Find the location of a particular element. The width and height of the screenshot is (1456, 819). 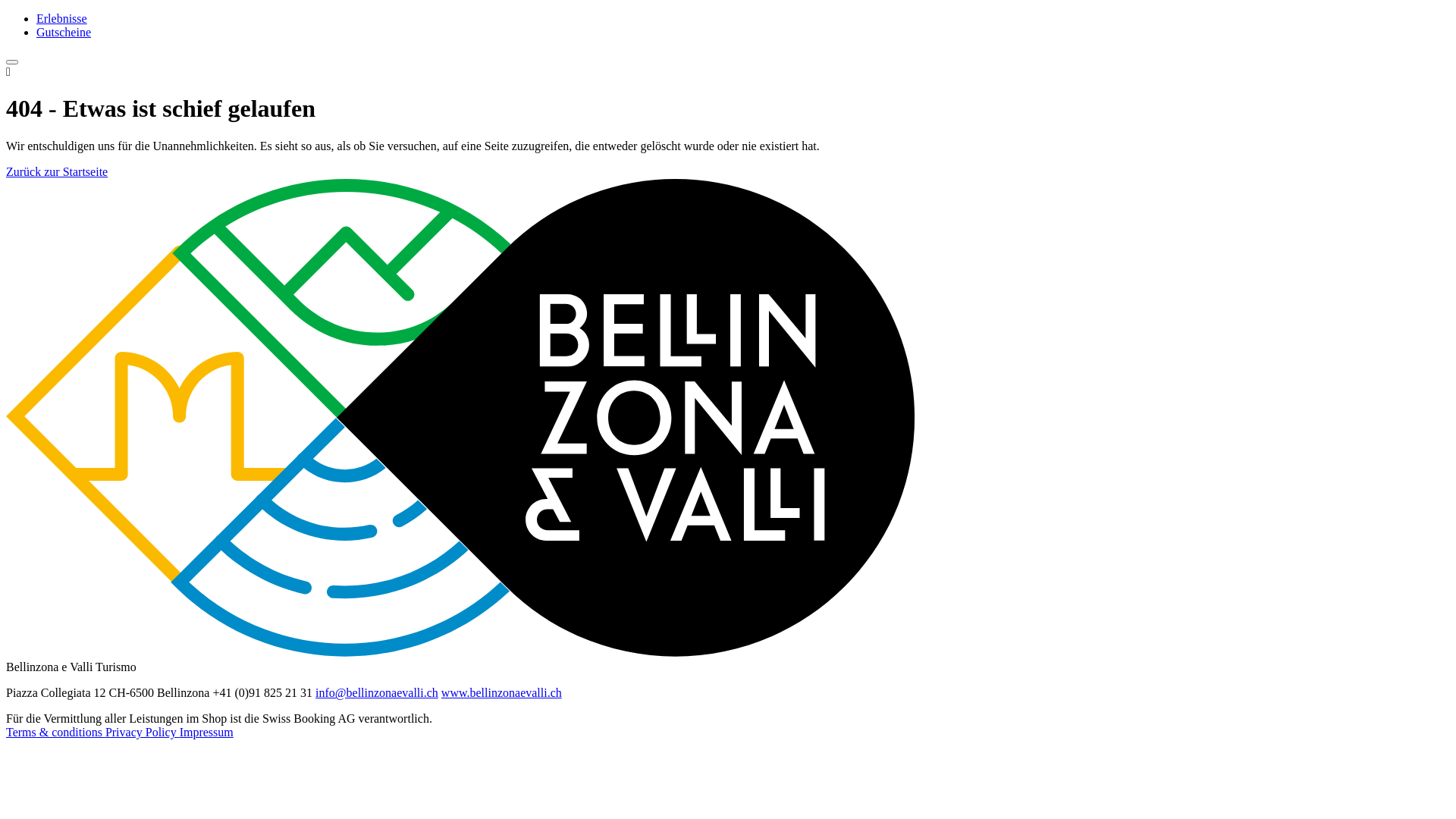

'www.bellinzonaevalli.ch' is located at coordinates (501, 692).